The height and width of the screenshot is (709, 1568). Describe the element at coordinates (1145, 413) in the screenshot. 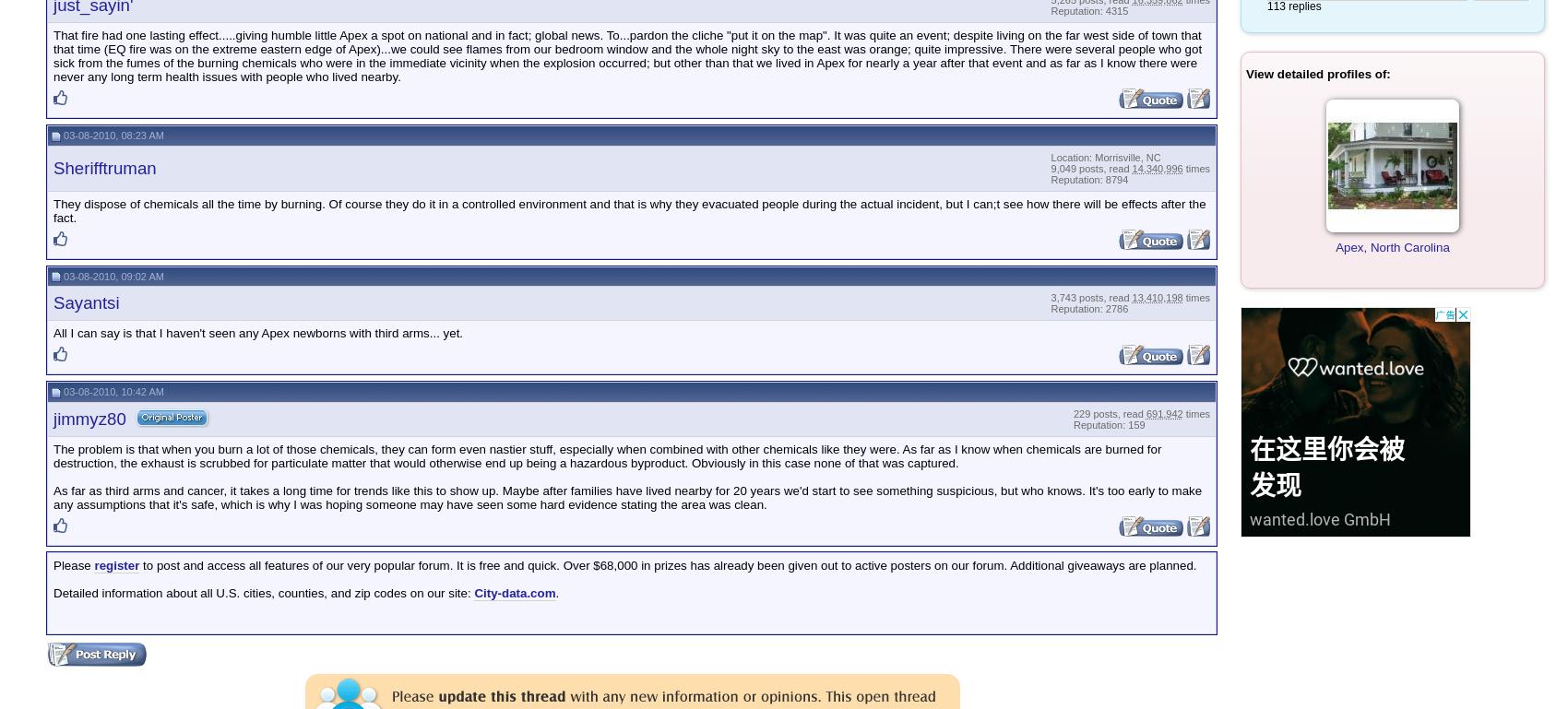

I see `'691,942'` at that location.